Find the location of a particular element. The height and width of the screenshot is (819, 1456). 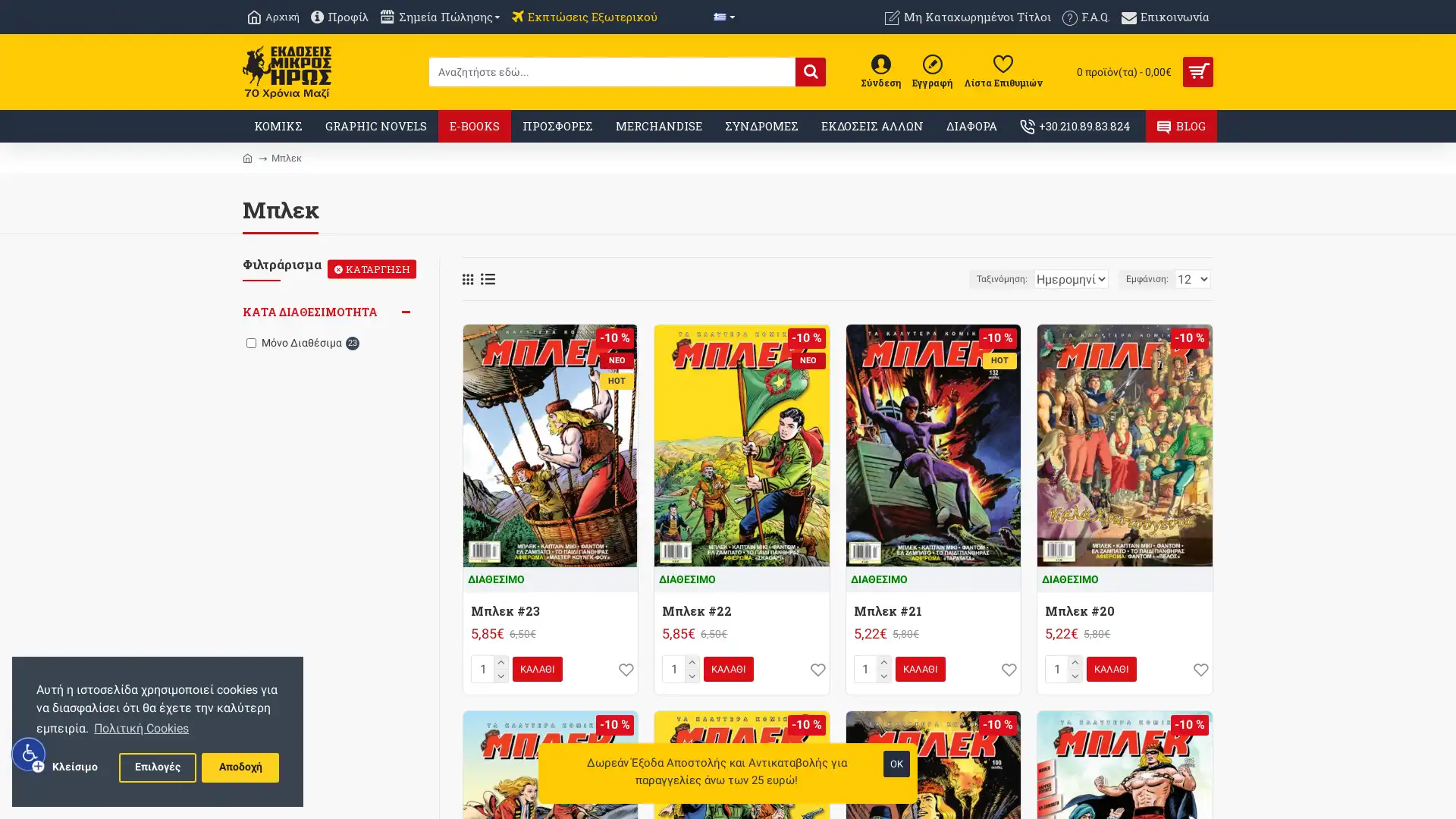

OK is located at coordinates (896, 764).